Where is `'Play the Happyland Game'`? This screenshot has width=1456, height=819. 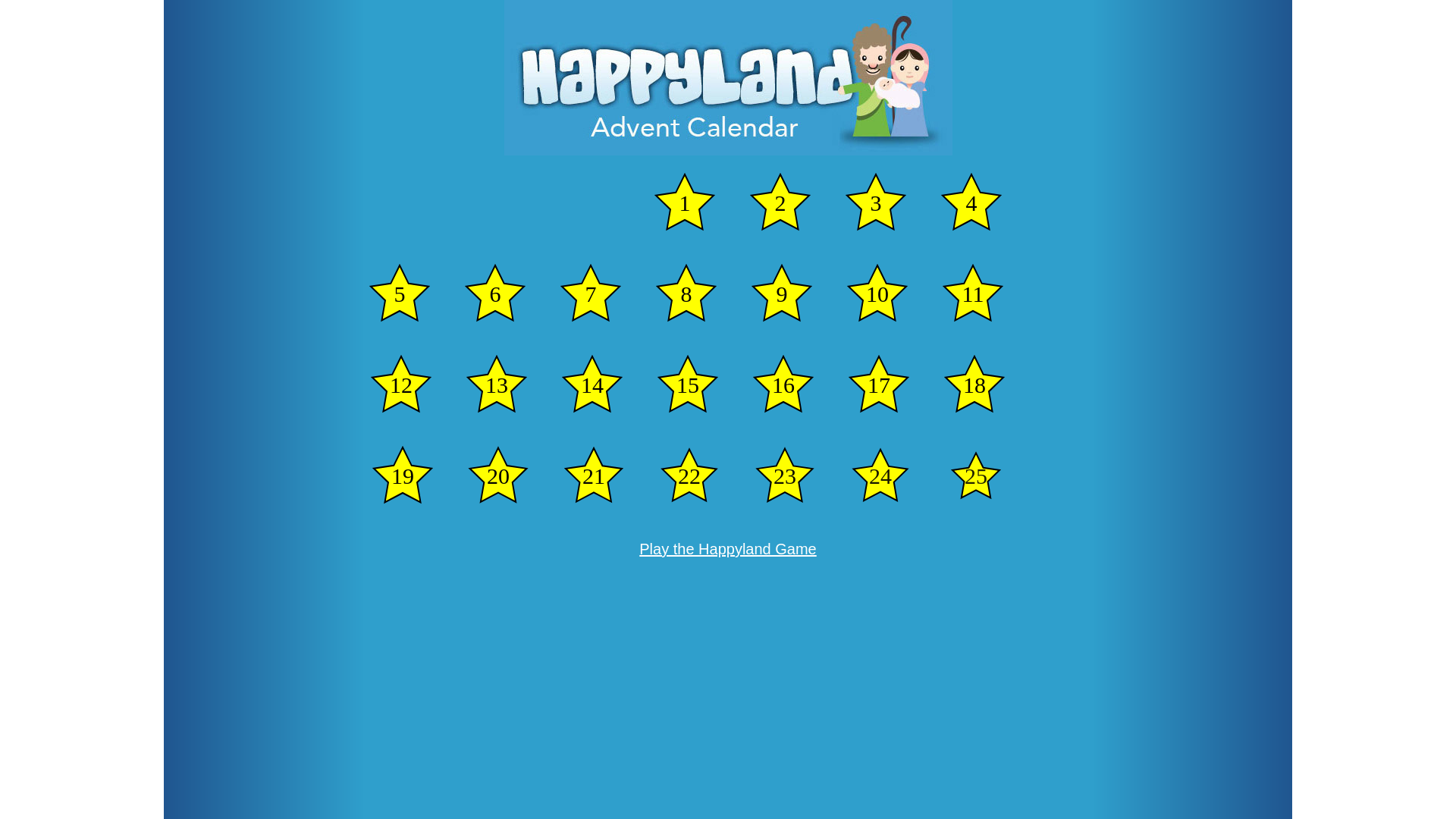 'Play the Happyland Game' is located at coordinates (726, 549).